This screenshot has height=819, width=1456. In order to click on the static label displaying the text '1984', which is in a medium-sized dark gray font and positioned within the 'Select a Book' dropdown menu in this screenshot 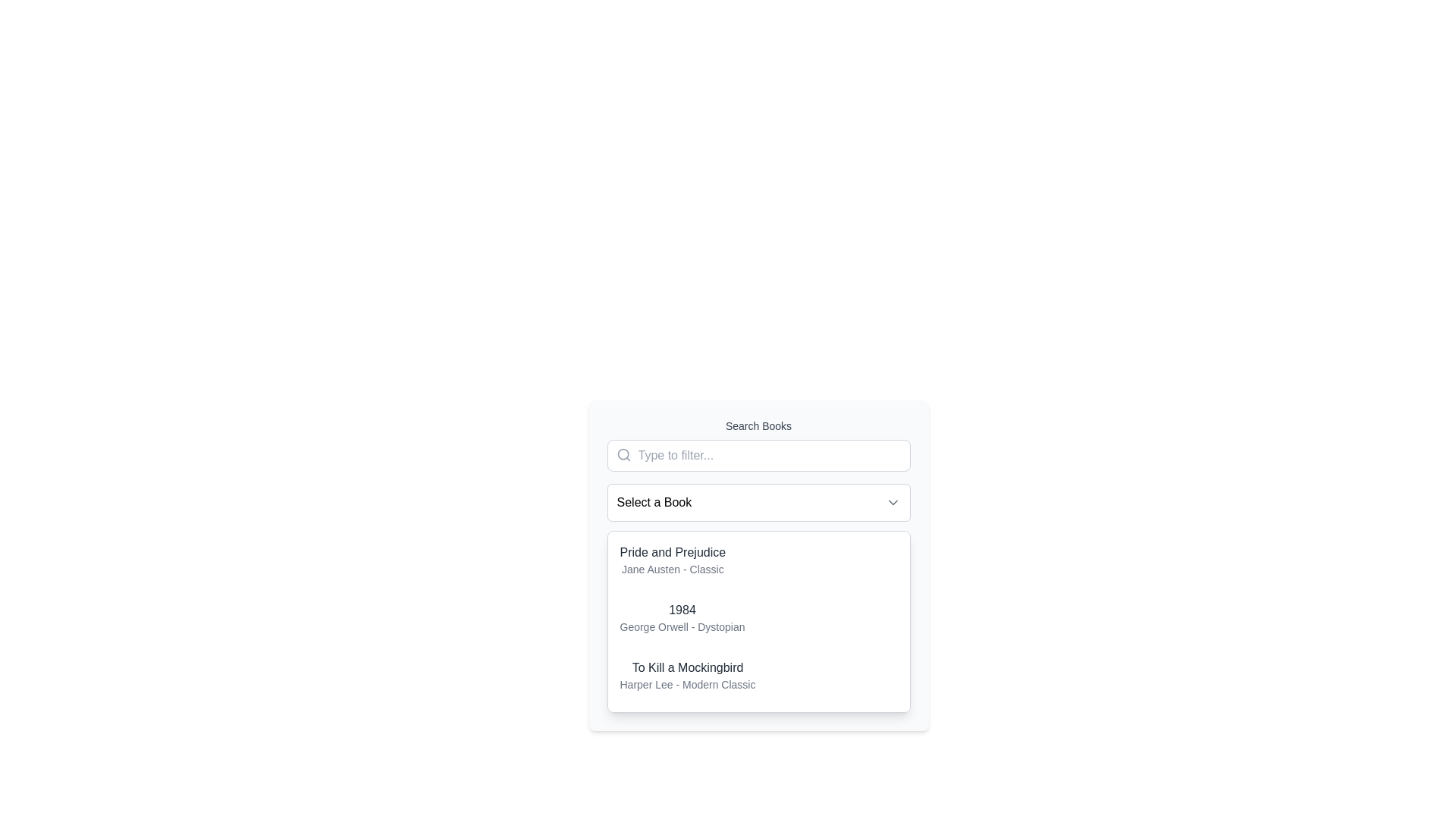, I will do `click(681, 610)`.